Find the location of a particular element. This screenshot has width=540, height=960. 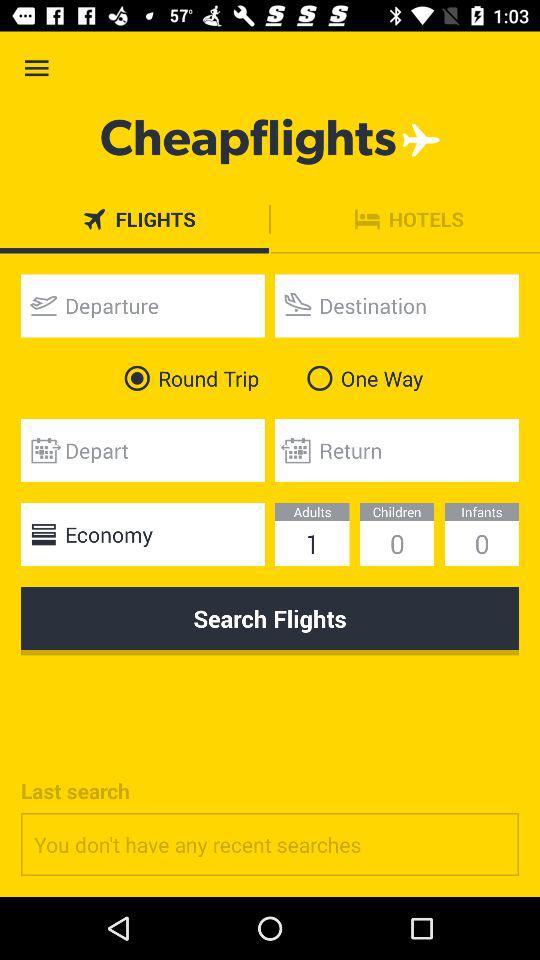

destination is located at coordinates (397, 305).